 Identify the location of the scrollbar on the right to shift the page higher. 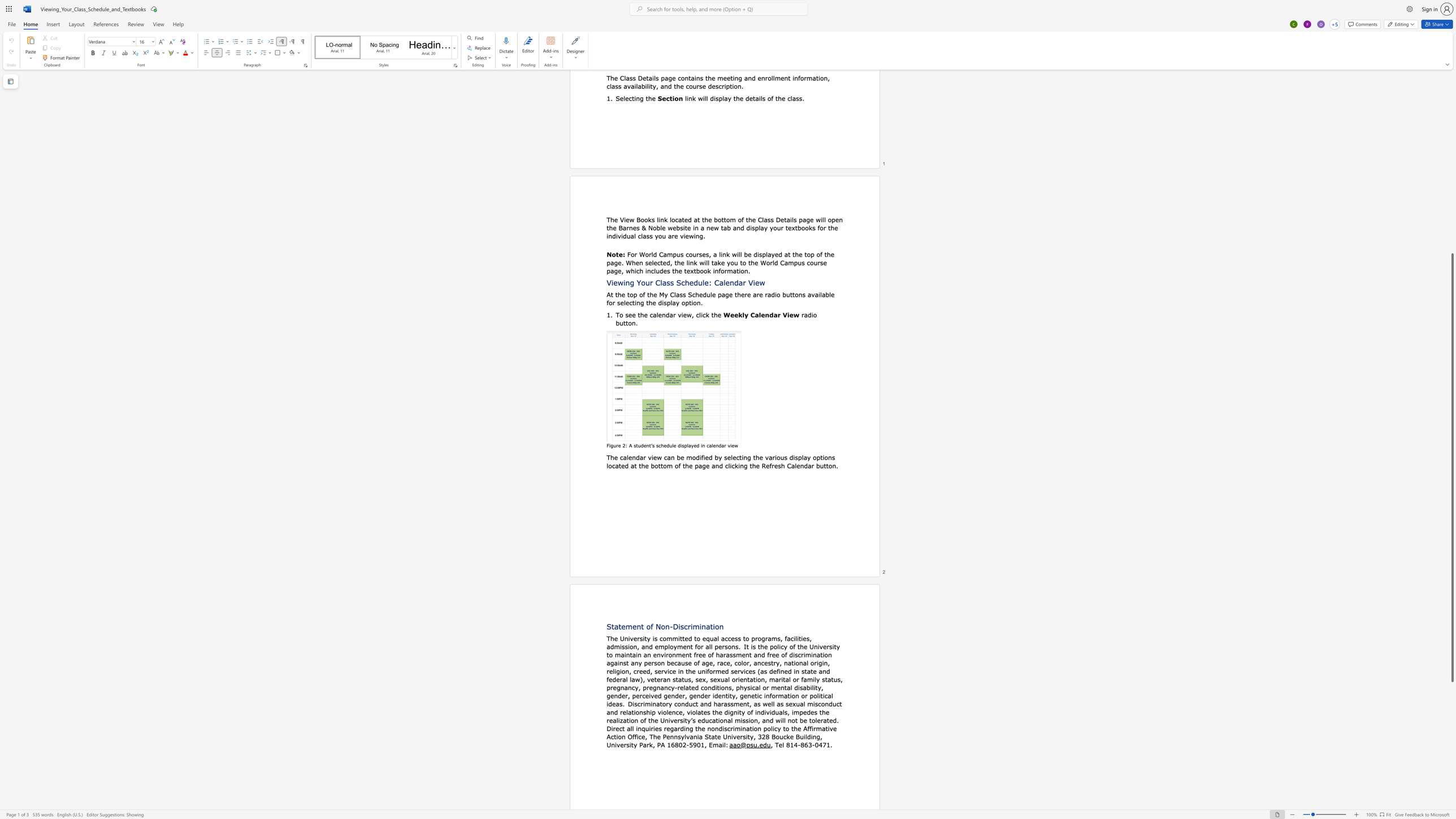
(1451, 144).